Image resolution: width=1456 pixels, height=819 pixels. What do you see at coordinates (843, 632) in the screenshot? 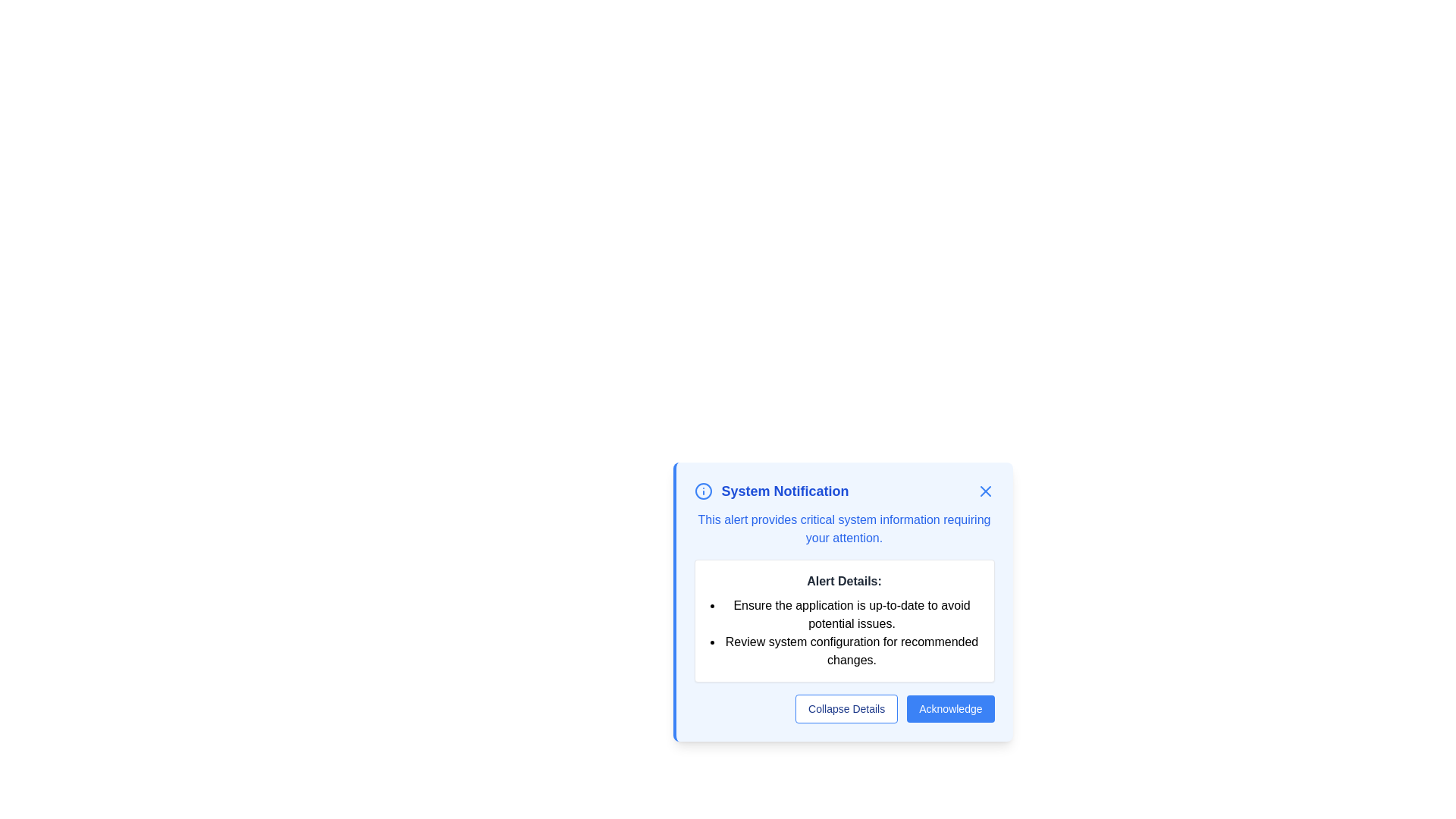
I see `the list element that provides instructions or recommendations regarding system updates and configuration, located in the middle of the 'Alert Details' section of the dialog box` at bounding box center [843, 632].